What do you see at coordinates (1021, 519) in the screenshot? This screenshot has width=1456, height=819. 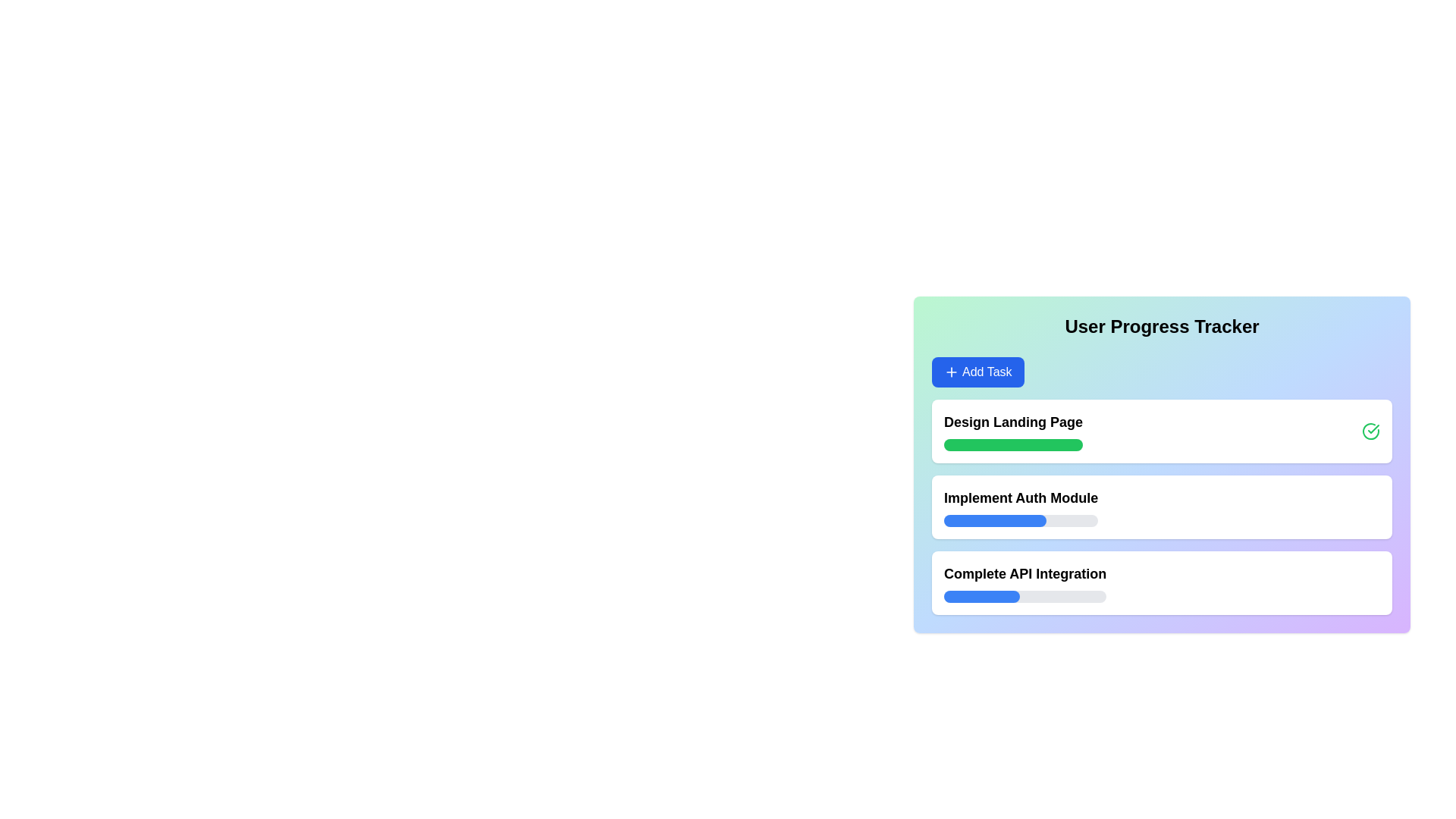 I see `the progress represented by the progress bar for the task 'Implement Auth Module' located in the User Progress Tracker` at bounding box center [1021, 519].